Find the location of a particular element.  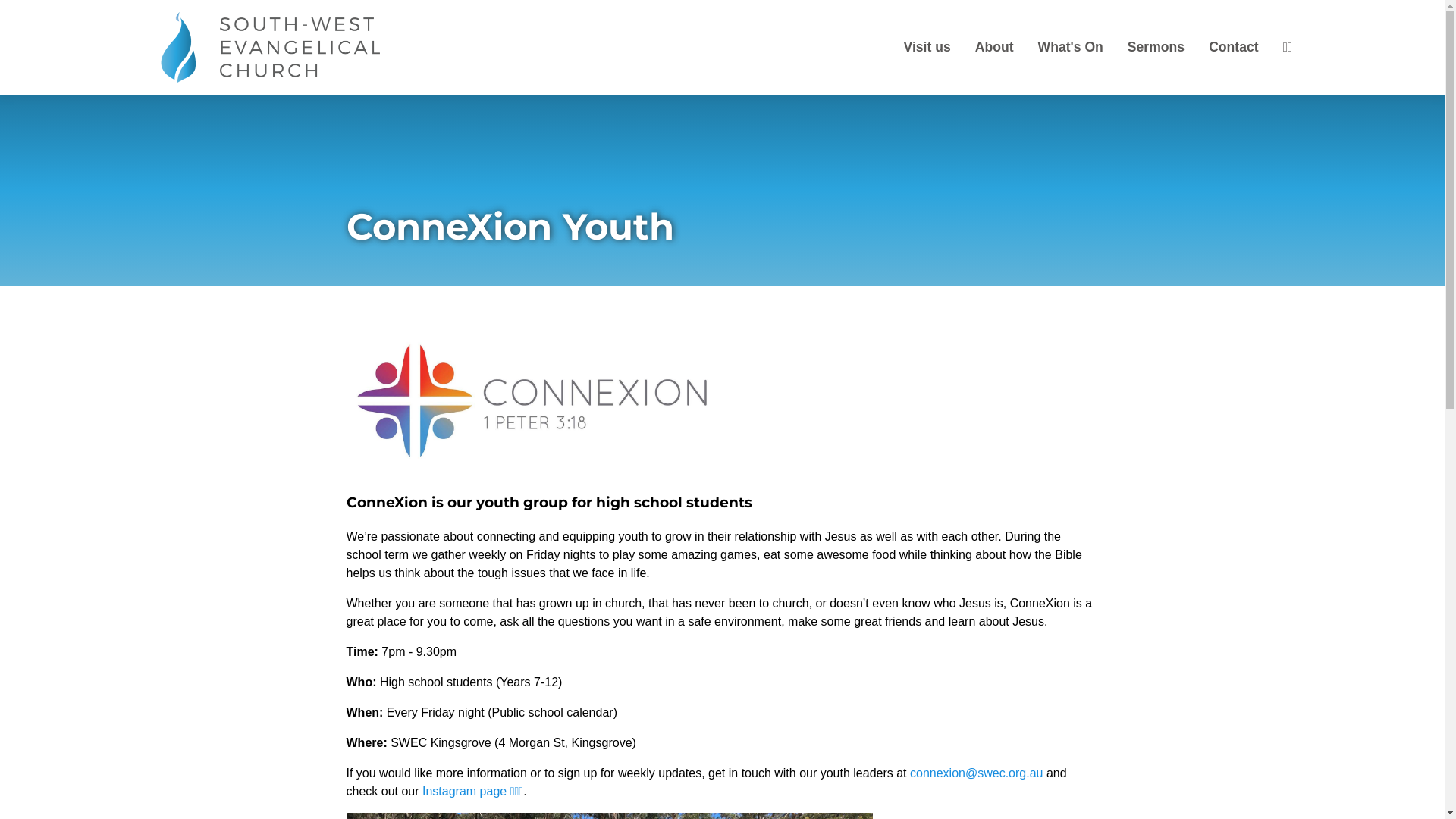

'Sermons' is located at coordinates (1155, 45).